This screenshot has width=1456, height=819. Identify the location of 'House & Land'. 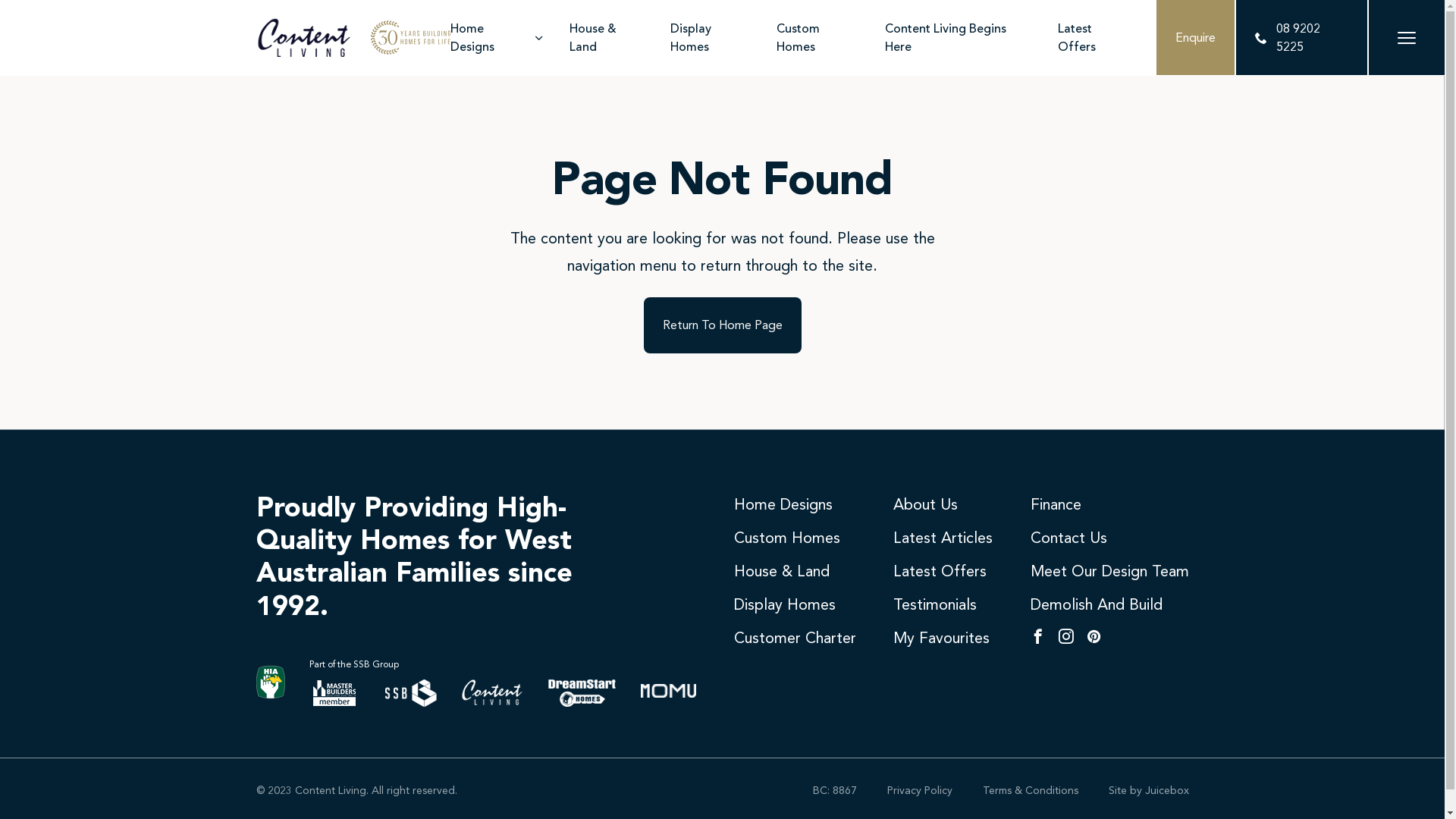
(607, 37).